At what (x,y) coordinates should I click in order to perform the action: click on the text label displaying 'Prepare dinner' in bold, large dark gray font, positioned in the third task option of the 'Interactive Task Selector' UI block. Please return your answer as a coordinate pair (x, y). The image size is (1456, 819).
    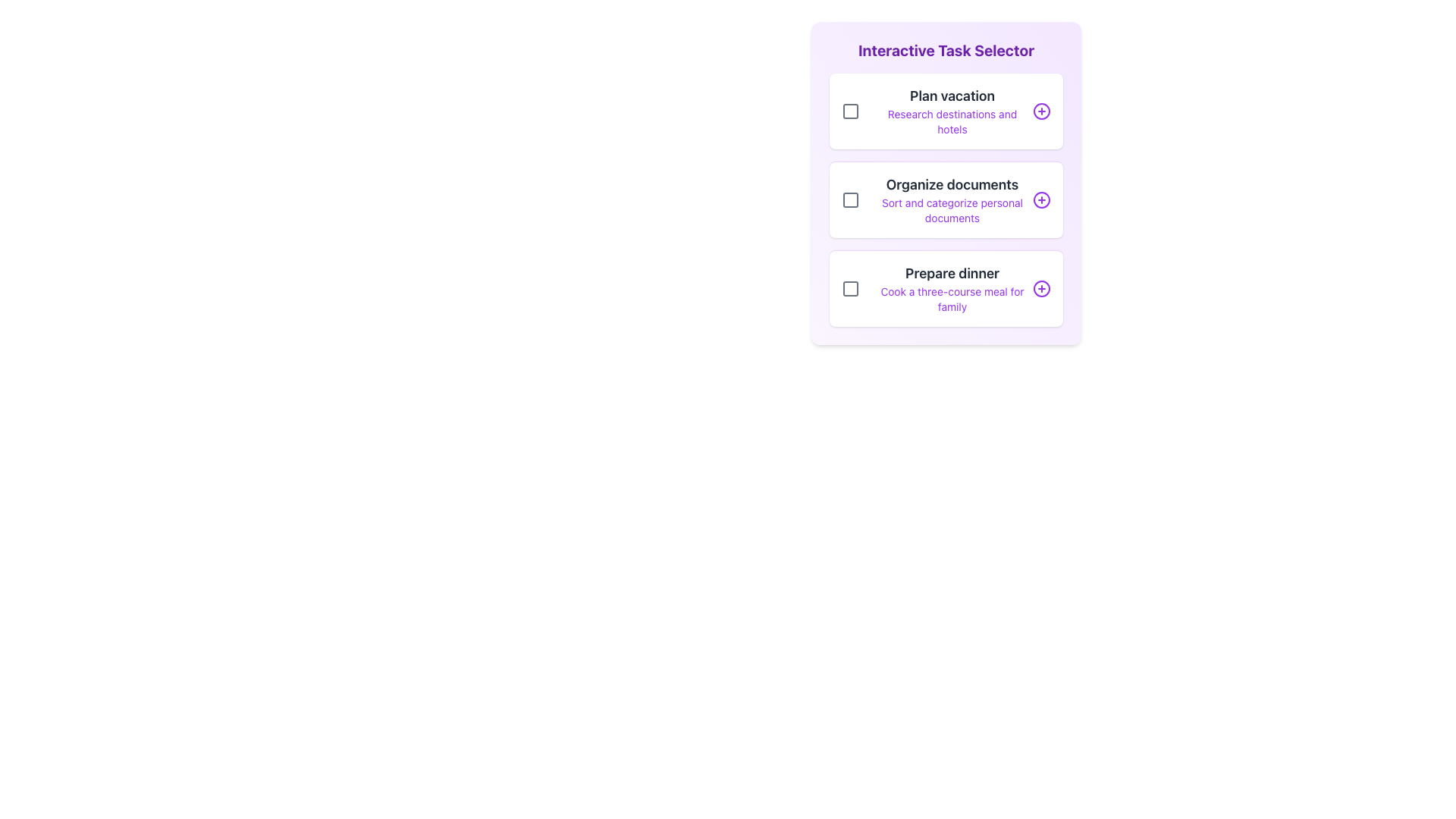
    Looking at the image, I should click on (952, 274).